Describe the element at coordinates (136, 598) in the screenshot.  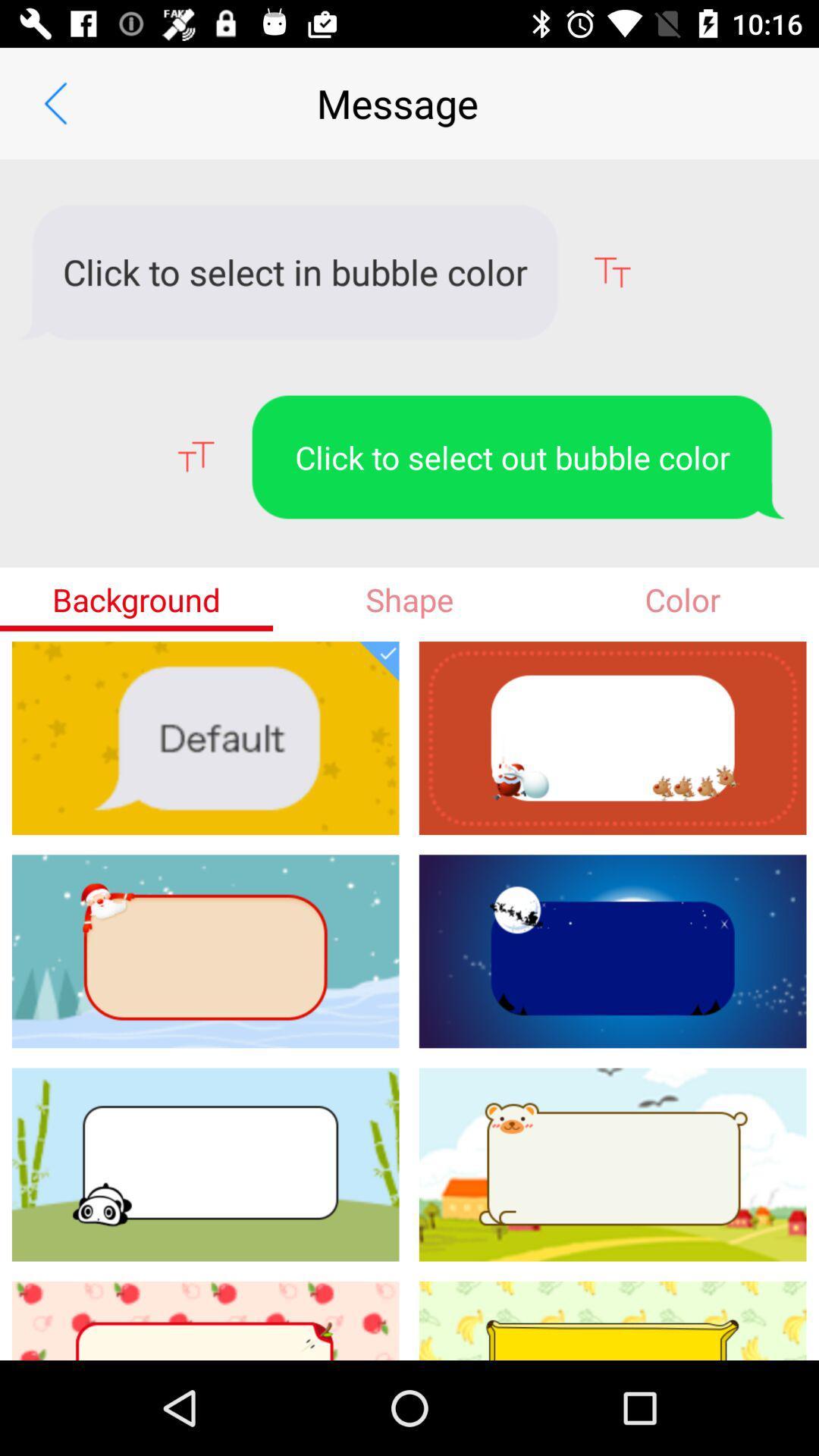
I see `icon to the left of the shape` at that location.